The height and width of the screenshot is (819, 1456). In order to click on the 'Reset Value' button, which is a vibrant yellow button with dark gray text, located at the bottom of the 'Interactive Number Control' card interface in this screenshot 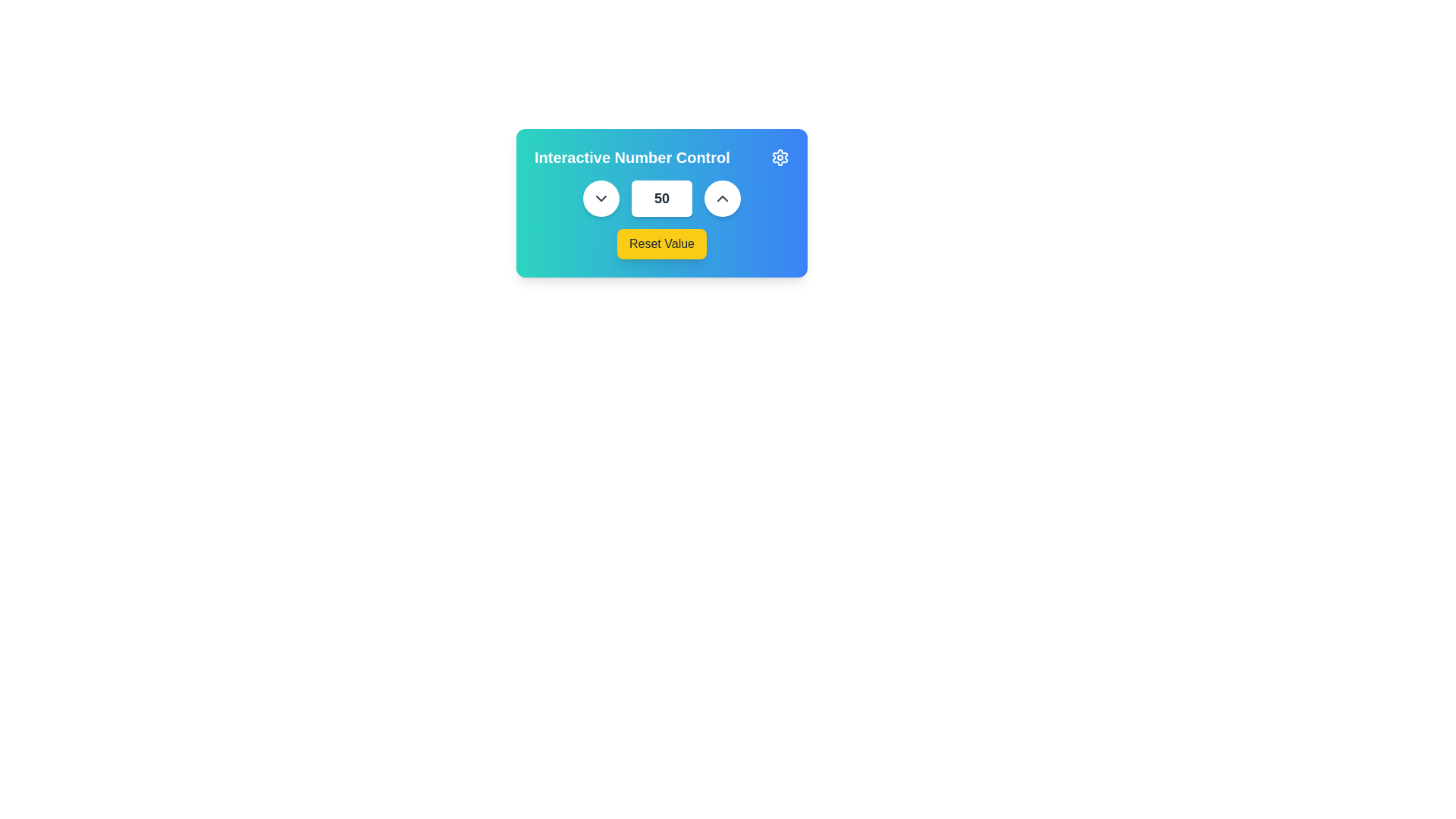, I will do `click(662, 243)`.